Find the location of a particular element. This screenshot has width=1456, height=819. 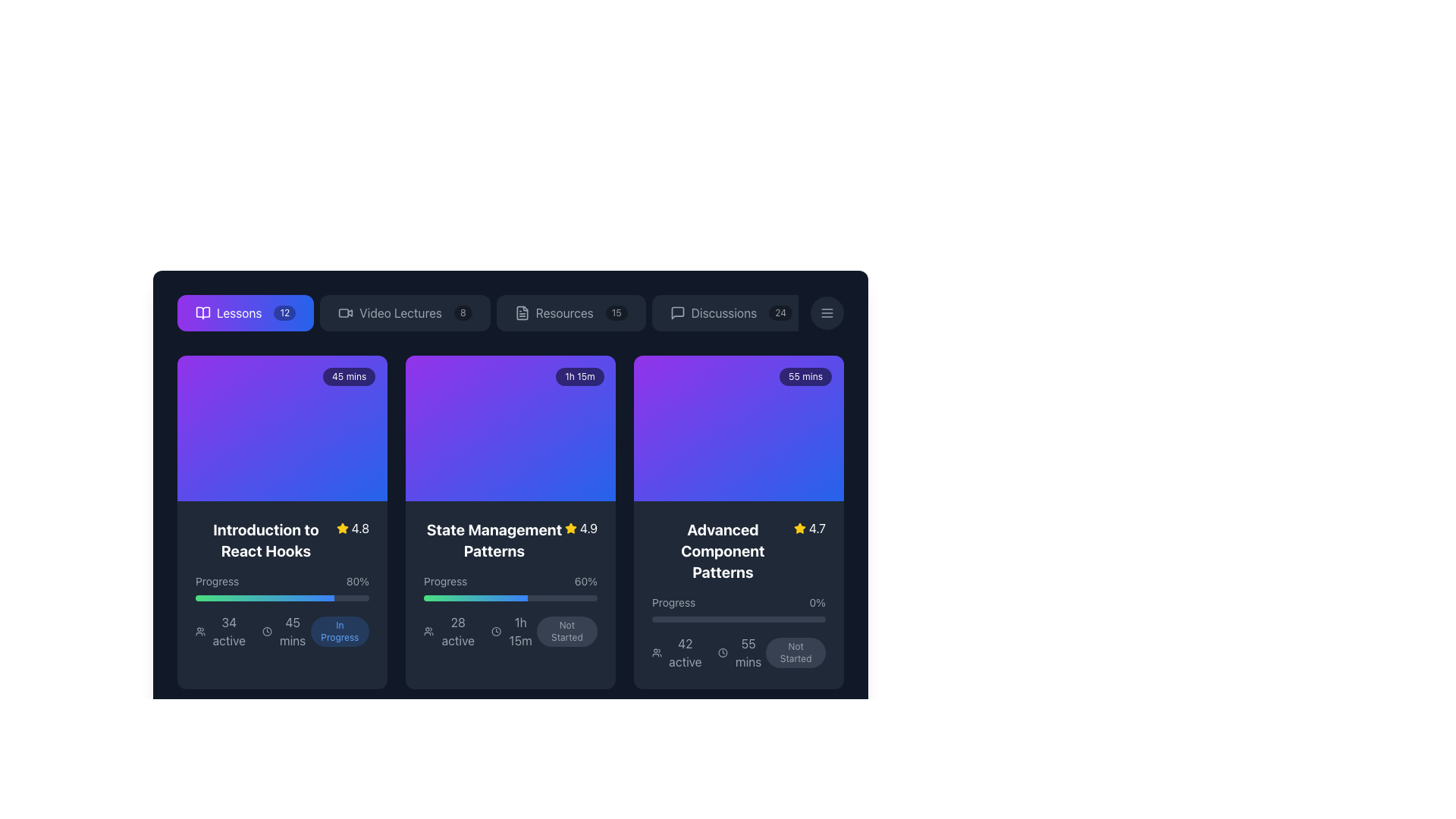

the fourth button in the row of interactive buttons near the top of the interface is located at coordinates (731, 312).